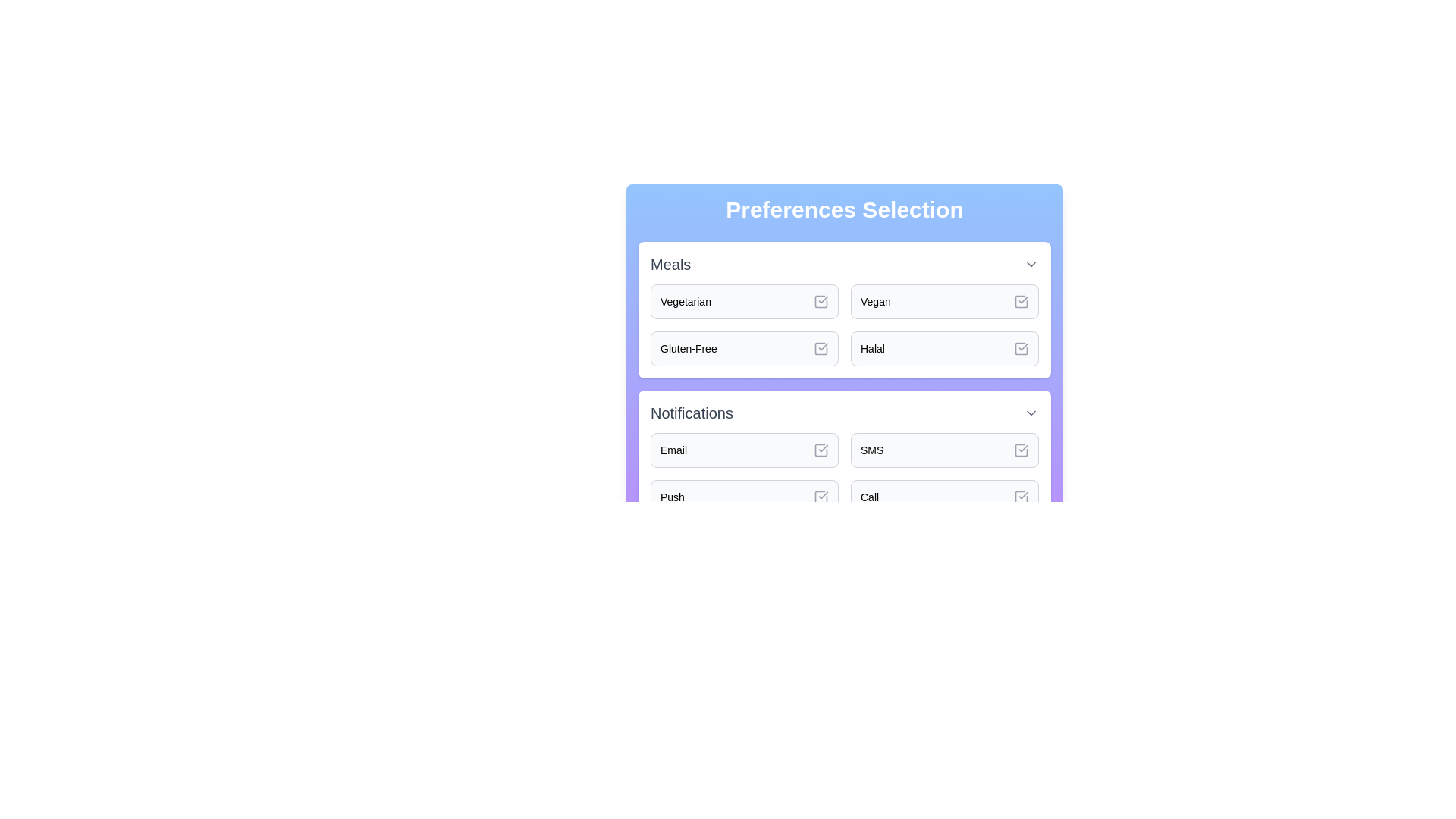  Describe the element at coordinates (672, 497) in the screenshot. I see `the text label that reads 'Push', which is styled with a small font size and is located in the lower-left corner of the 'Notifications' section` at that location.